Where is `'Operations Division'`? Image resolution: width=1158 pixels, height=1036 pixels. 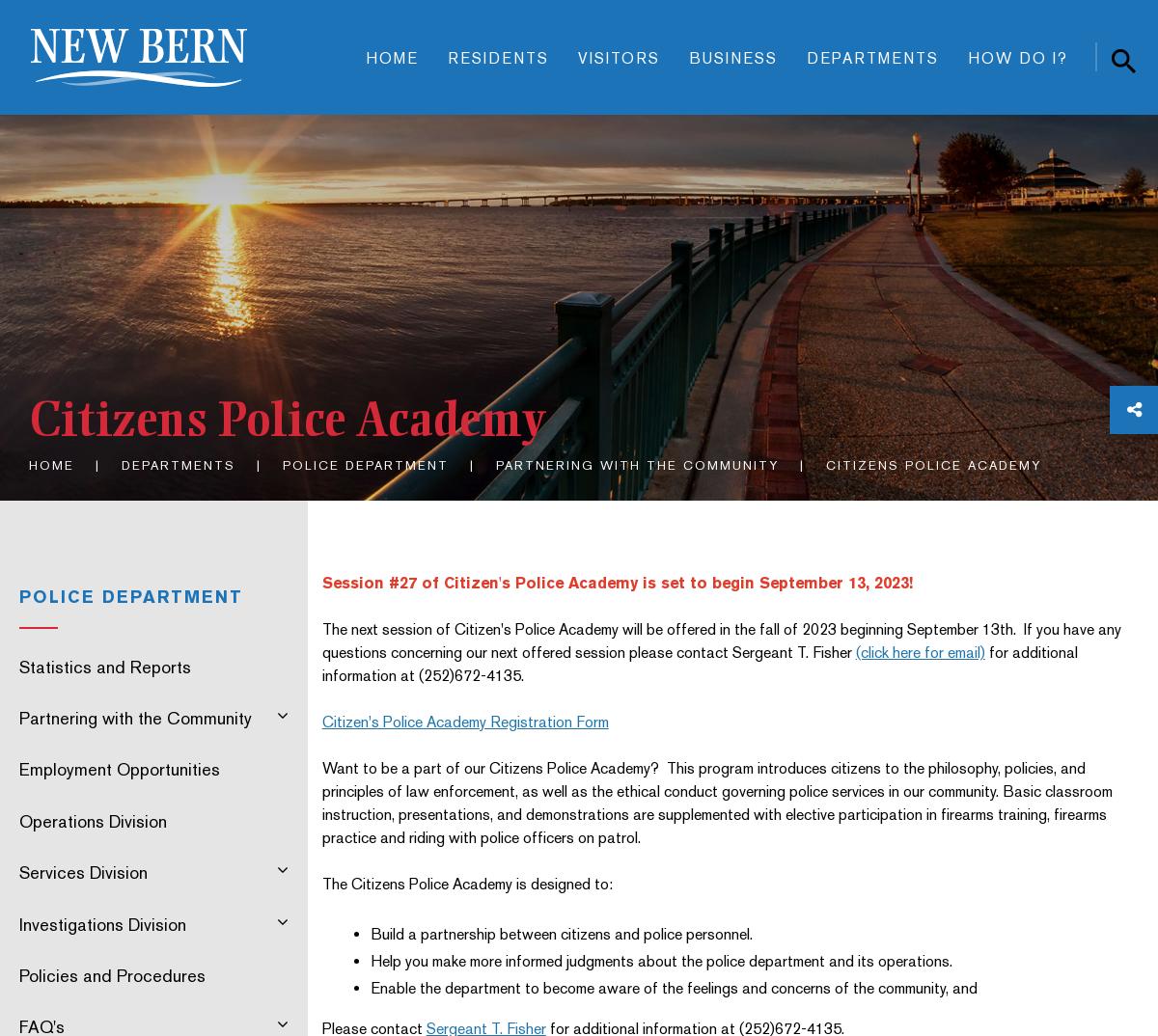 'Operations Division' is located at coordinates (93, 820).